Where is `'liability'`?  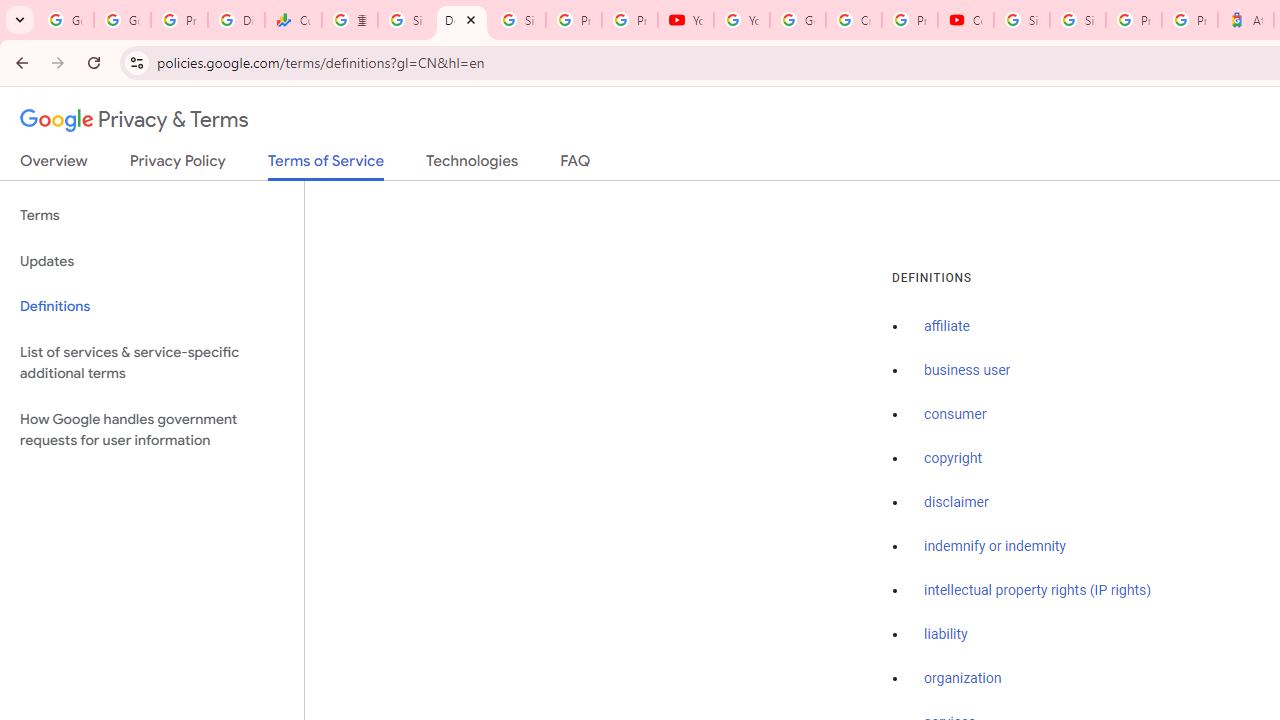
'liability' is located at coordinates (944, 634).